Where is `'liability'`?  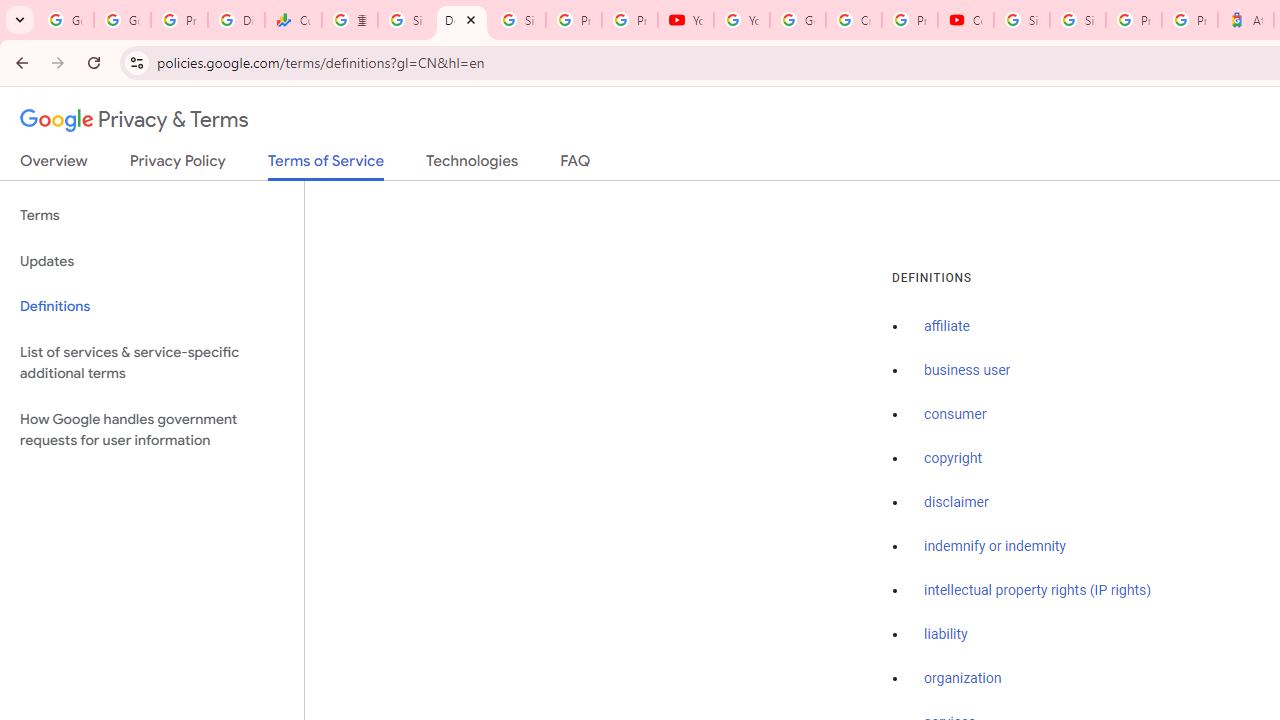
'liability' is located at coordinates (944, 634).